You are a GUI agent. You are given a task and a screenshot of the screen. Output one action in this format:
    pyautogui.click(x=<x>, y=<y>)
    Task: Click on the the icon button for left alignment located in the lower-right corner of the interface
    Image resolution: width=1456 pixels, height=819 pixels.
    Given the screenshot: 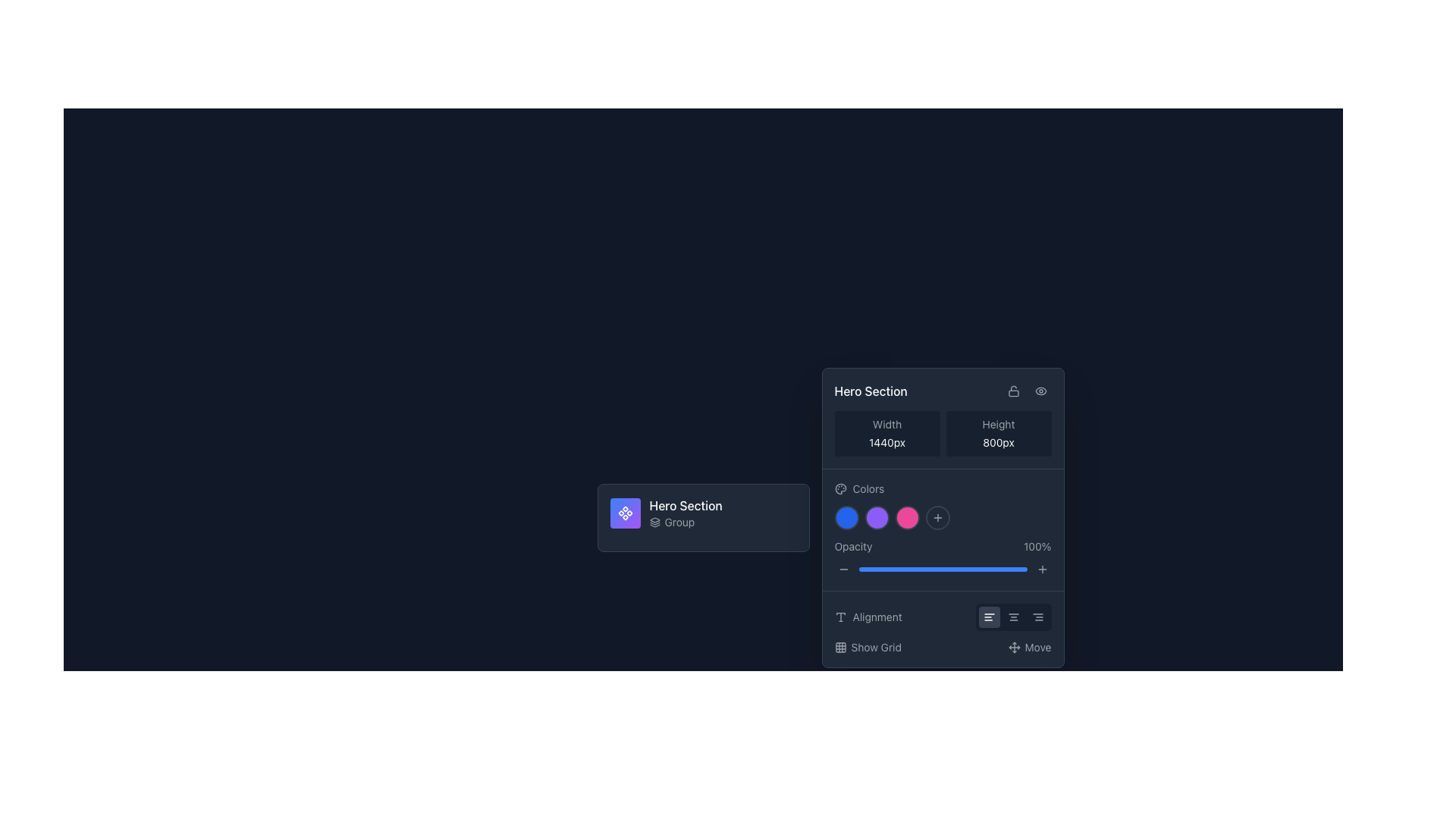 What is the action you would take?
    pyautogui.click(x=989, y=617)
    